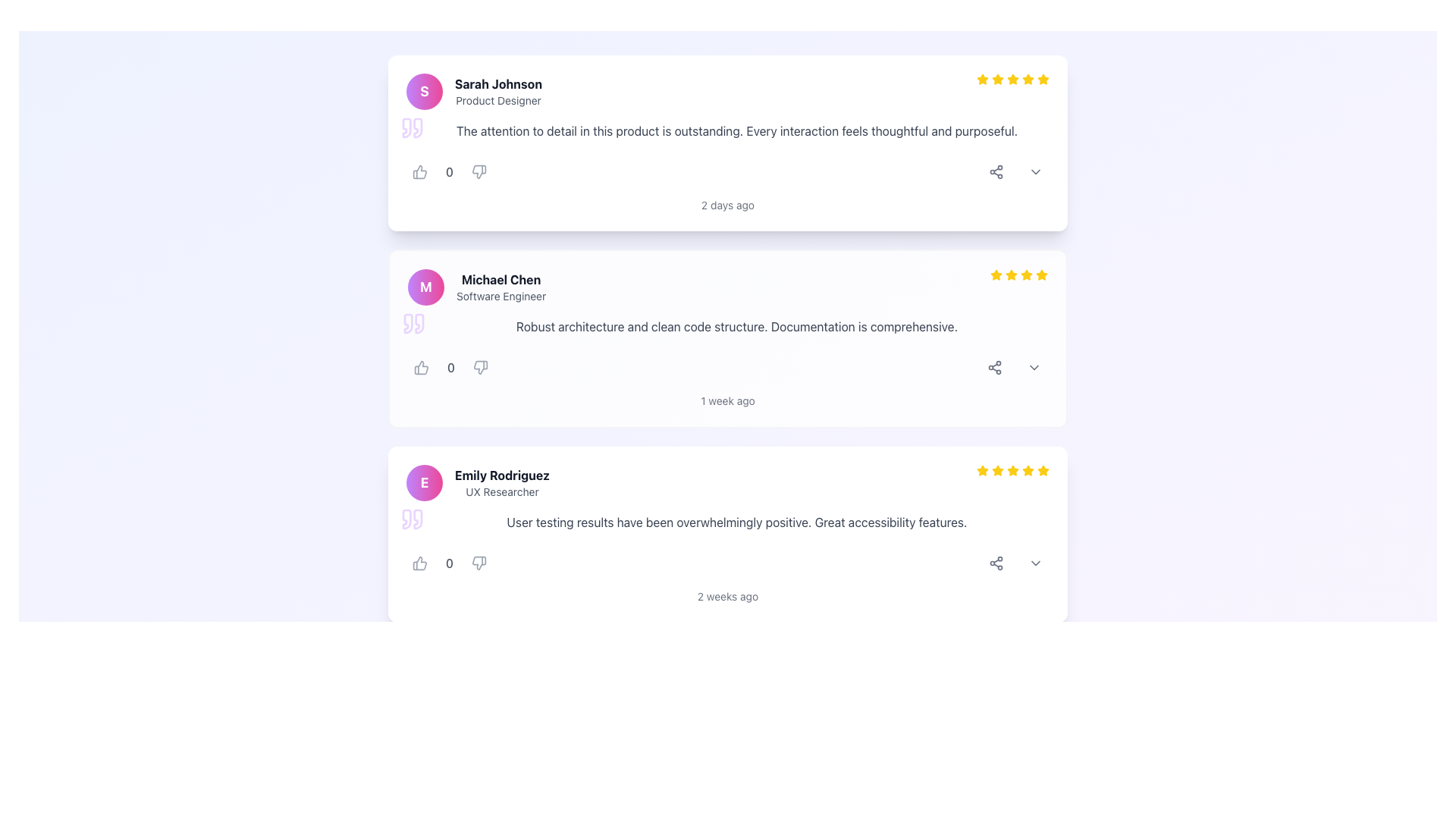 The width and height of the screenshot is (1456, 819). I want to click on the fifth star in the five-star rating system on the third review card to indicate the highest rating, so click(1012, 469).